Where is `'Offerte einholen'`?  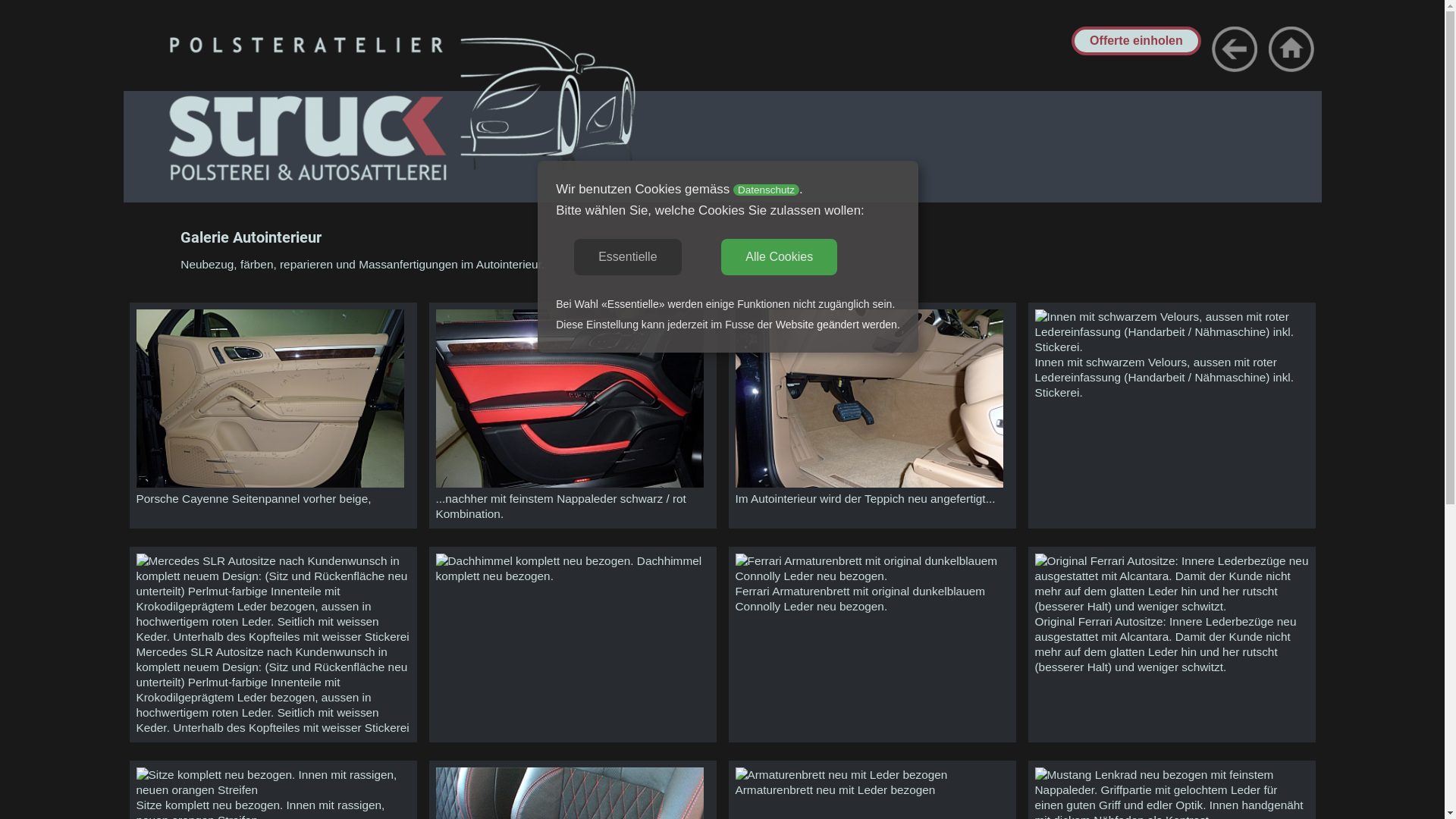
'Offerte einholen' is located at coordinates (1136, 39).